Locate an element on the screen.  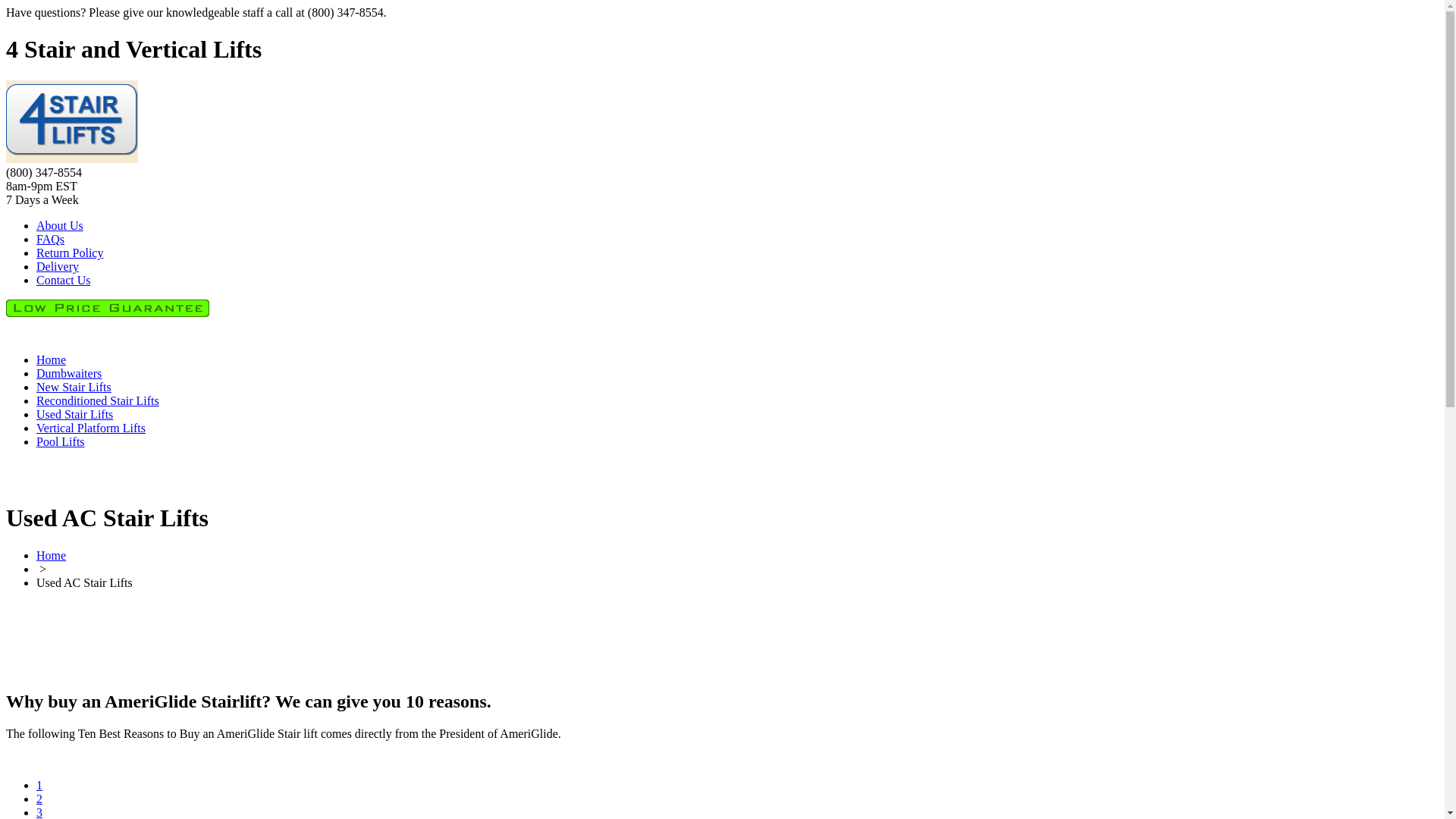
'1' is located at coordinates (36, 785).